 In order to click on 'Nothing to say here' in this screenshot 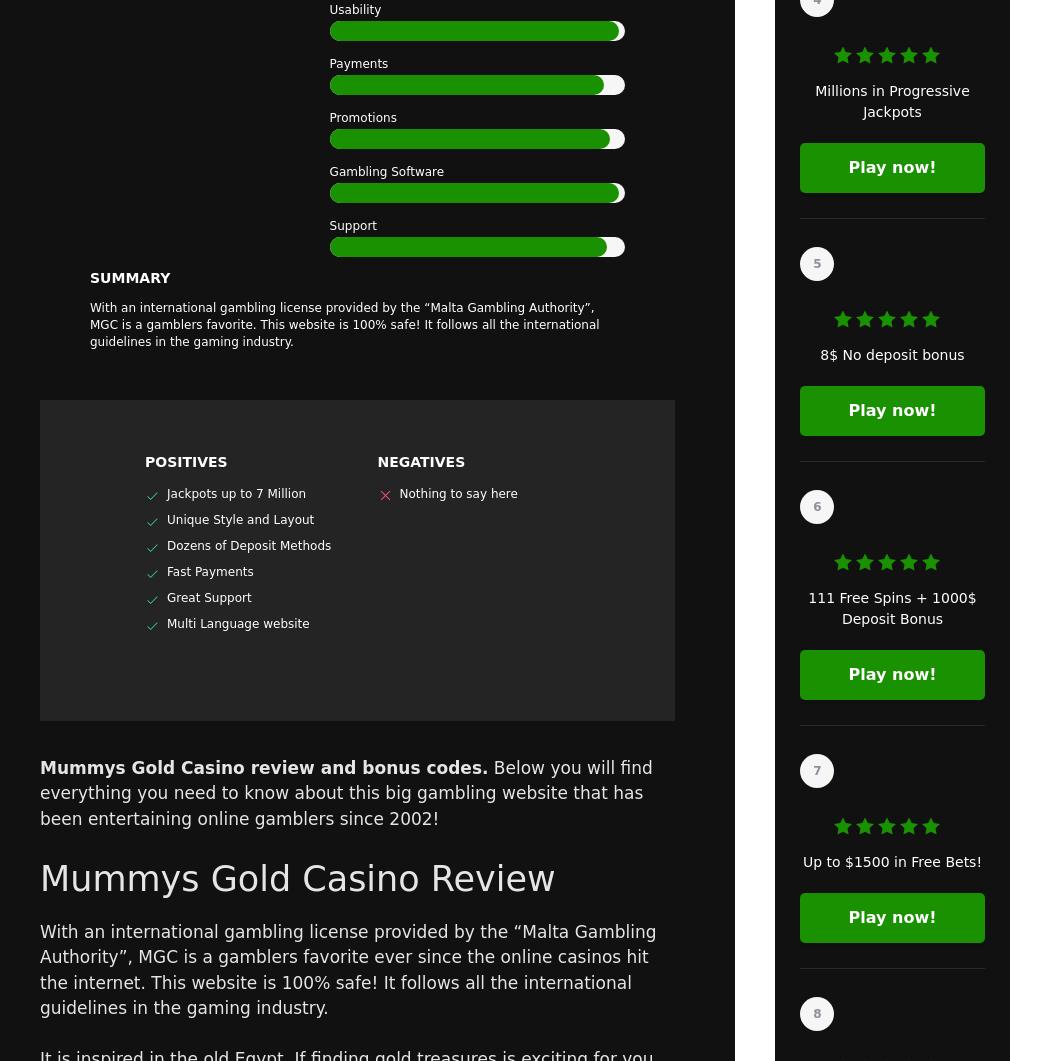, I will do `click(458, 493)`.